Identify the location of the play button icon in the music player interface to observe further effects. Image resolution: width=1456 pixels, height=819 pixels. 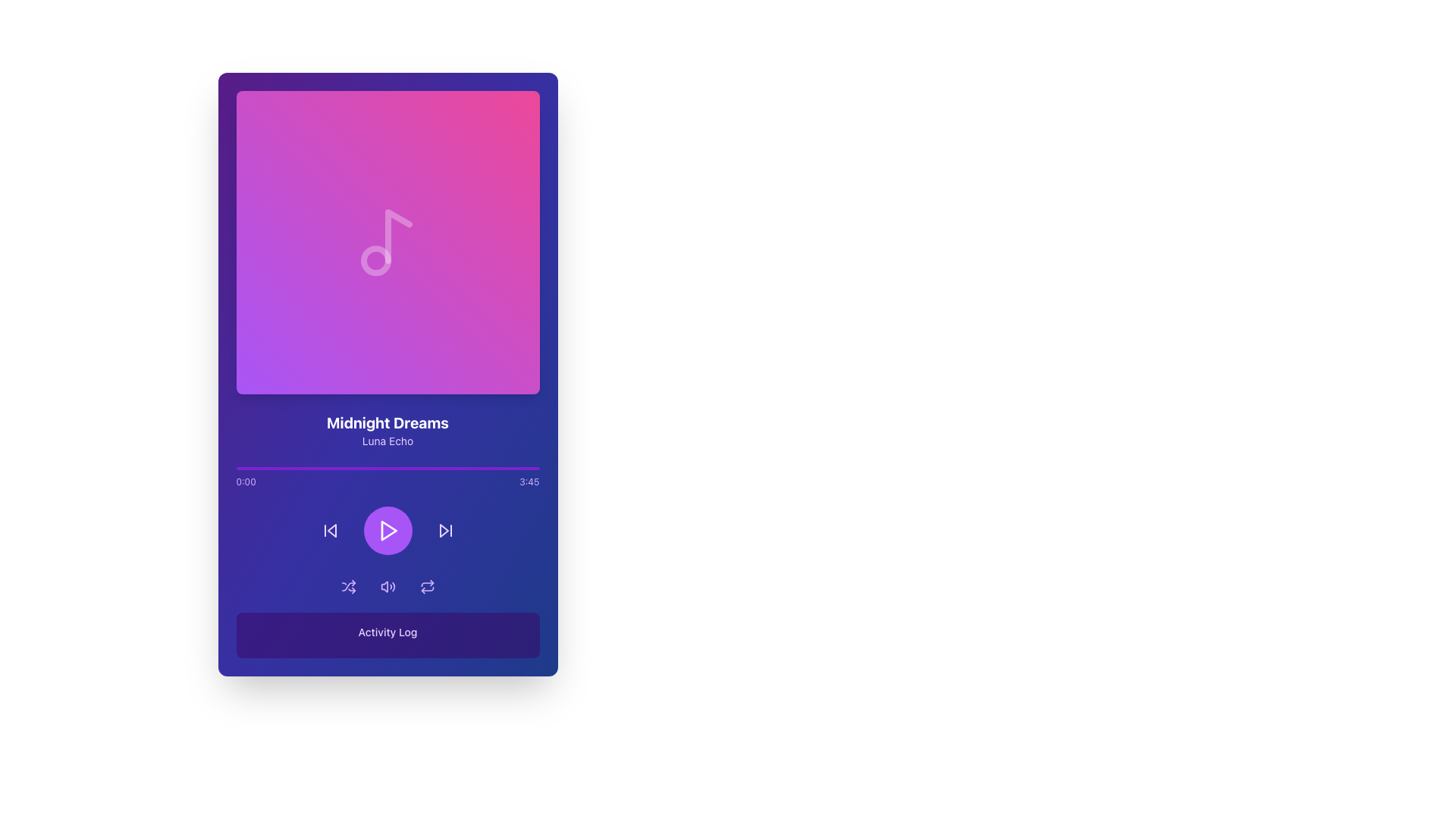
(388, 529).